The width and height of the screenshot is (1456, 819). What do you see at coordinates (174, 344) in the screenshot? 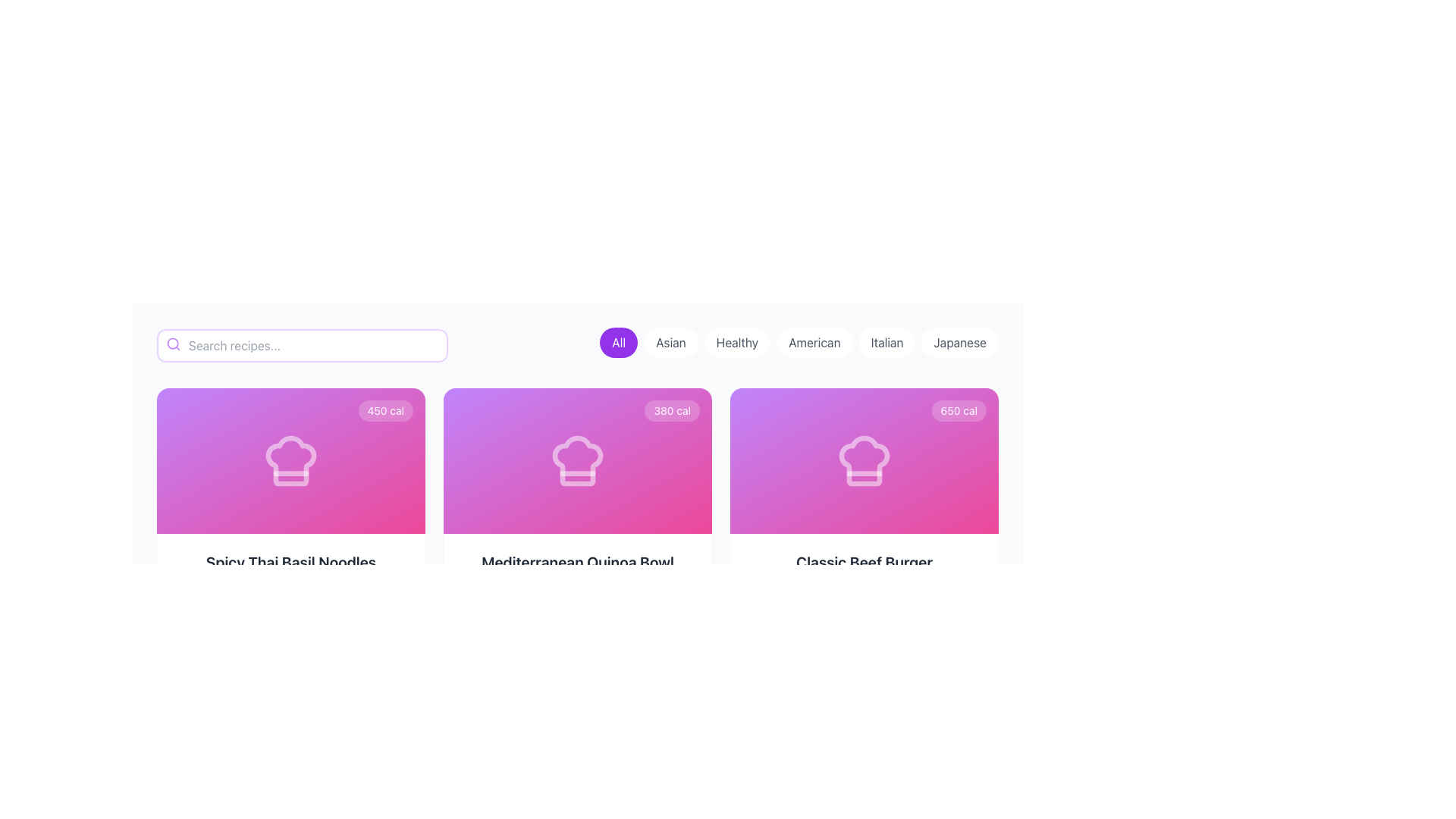
I see `the purple magnifying glass icon located on the left side of the search bar next to the placeholder text 'Search recipes...'` at bounding box center [174, 344].